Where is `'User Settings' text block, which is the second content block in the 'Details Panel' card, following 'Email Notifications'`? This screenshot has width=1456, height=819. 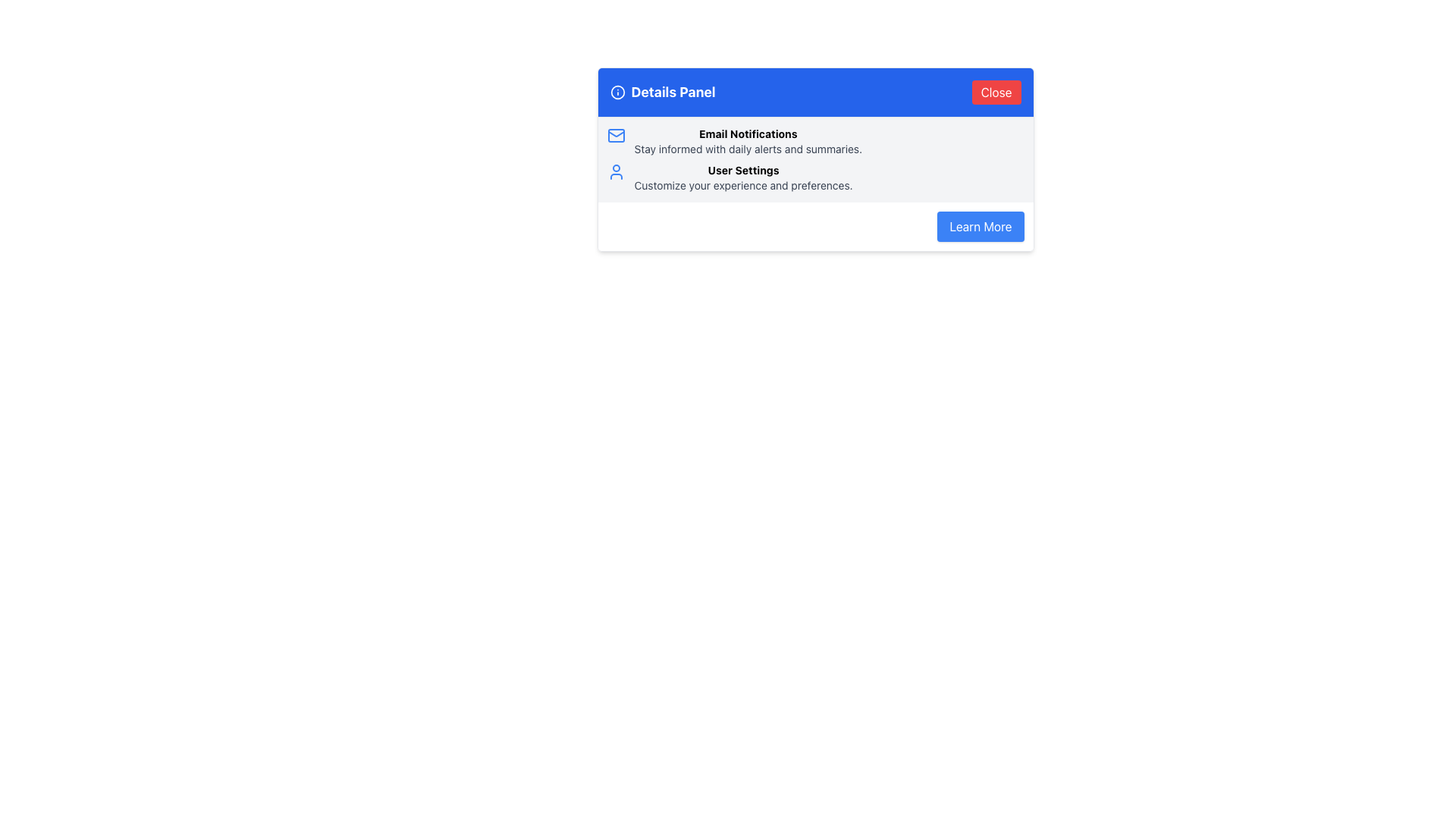 'User Settings' text block, which is the second content block in the 'Details Panel' card, following 'Email Notifications' is located at coordinates (743, 177).